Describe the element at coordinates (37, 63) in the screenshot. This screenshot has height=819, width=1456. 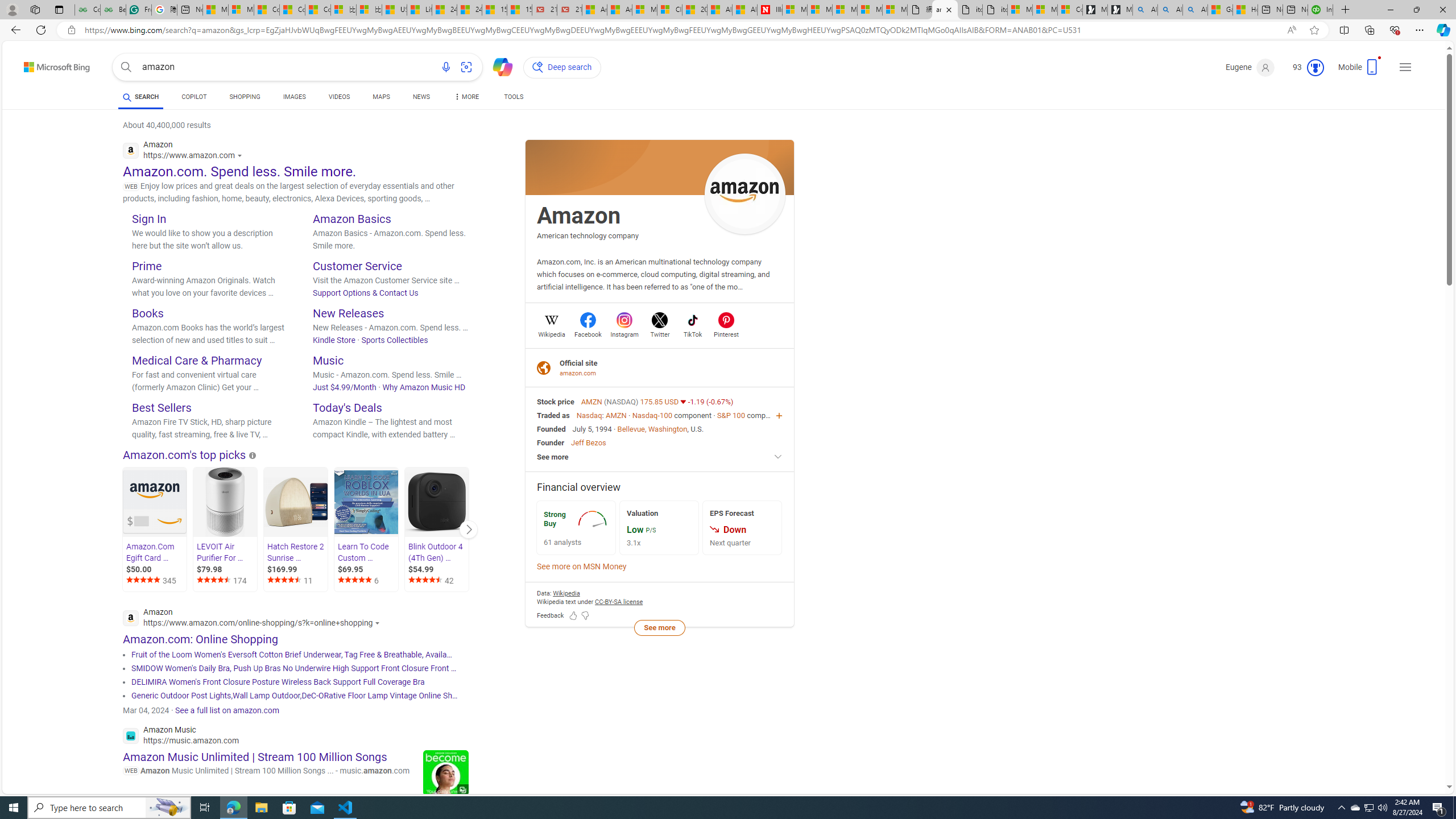
I see `'Skip to content'` at that location.